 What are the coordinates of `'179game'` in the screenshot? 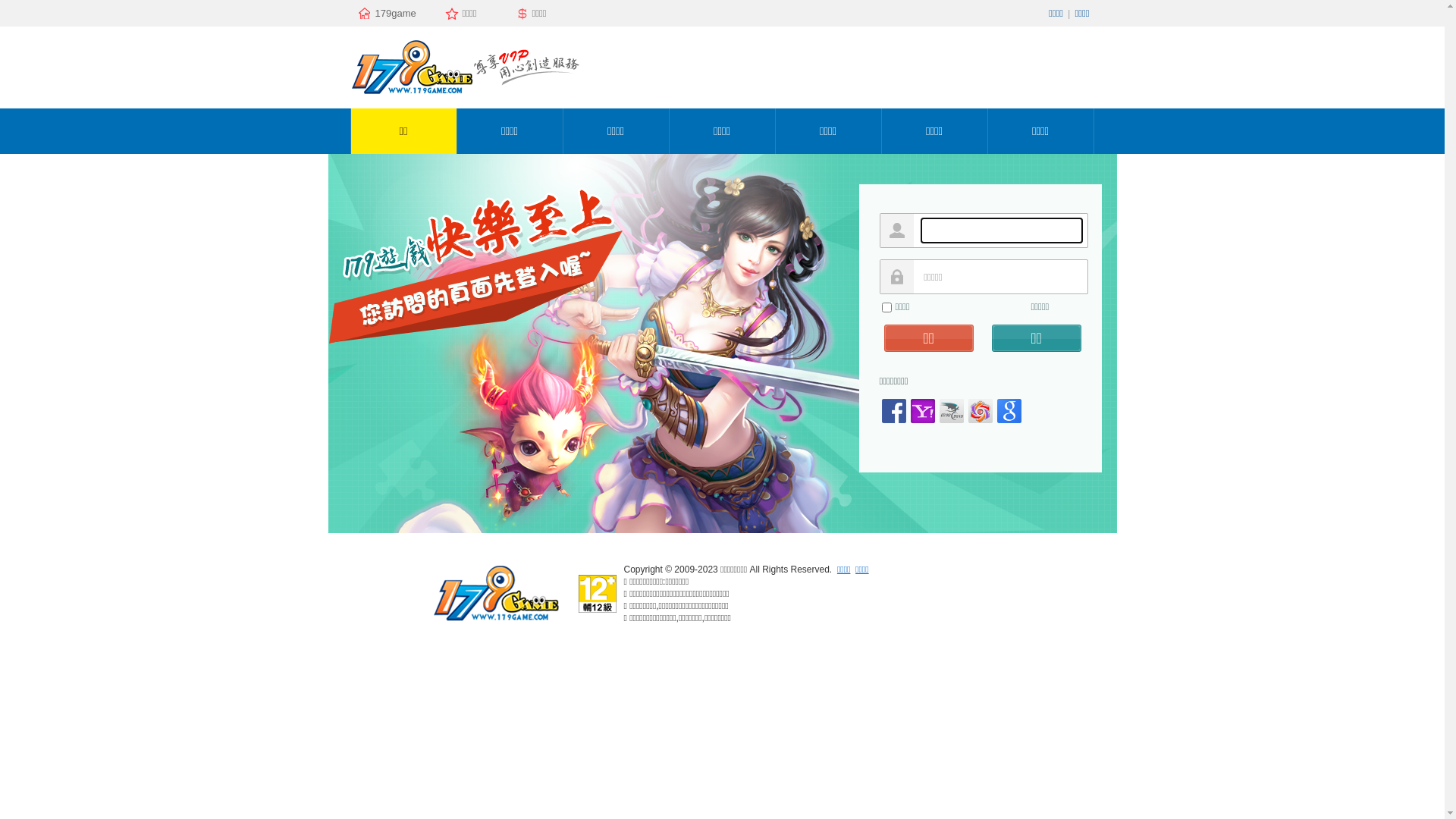 It's located at (494, 620).